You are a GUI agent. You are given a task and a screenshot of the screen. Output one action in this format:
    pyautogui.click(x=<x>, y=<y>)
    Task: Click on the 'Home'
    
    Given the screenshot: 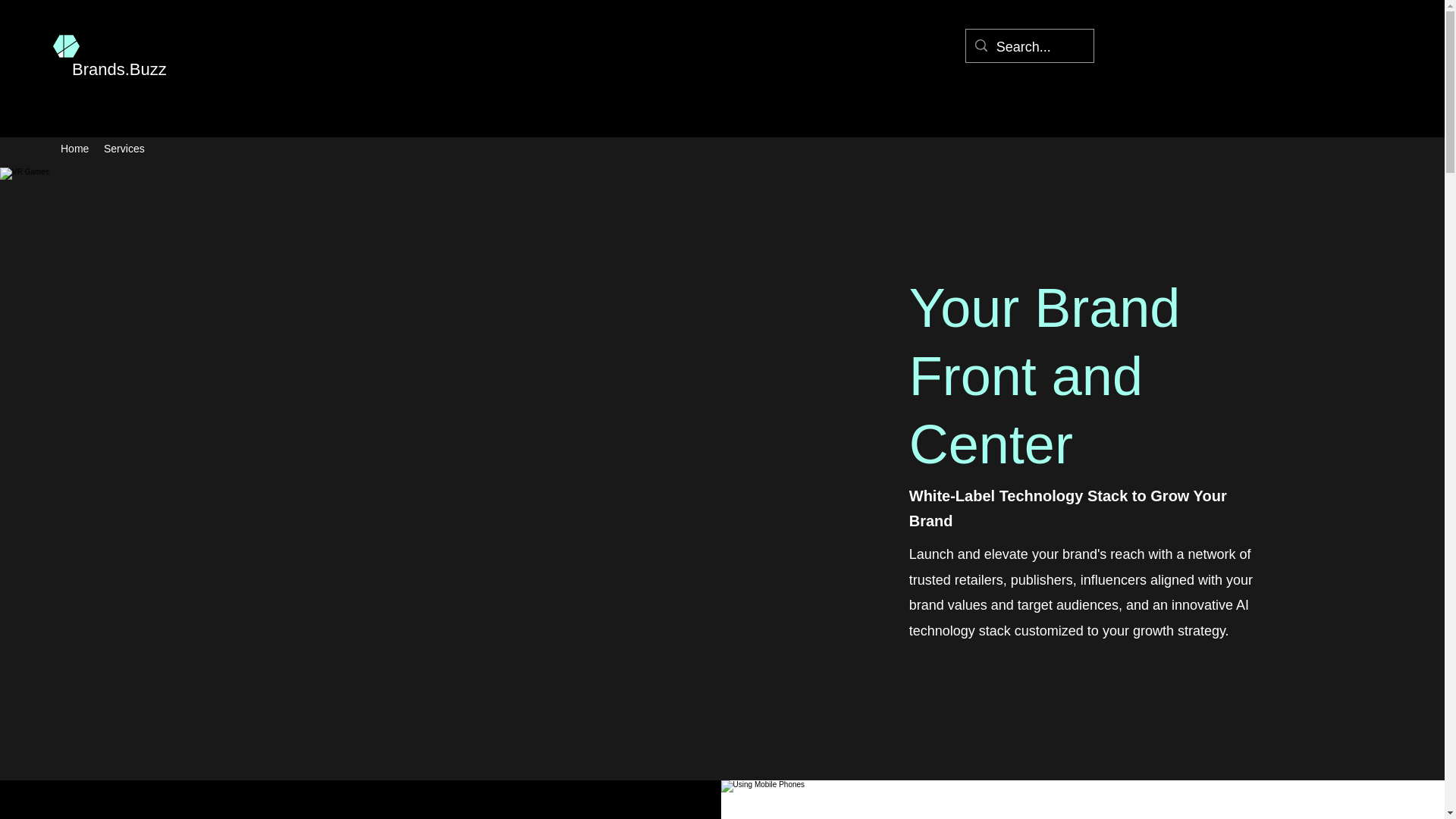 What is the action you would take?
    pyautogui.click(x=53, y=149)
    